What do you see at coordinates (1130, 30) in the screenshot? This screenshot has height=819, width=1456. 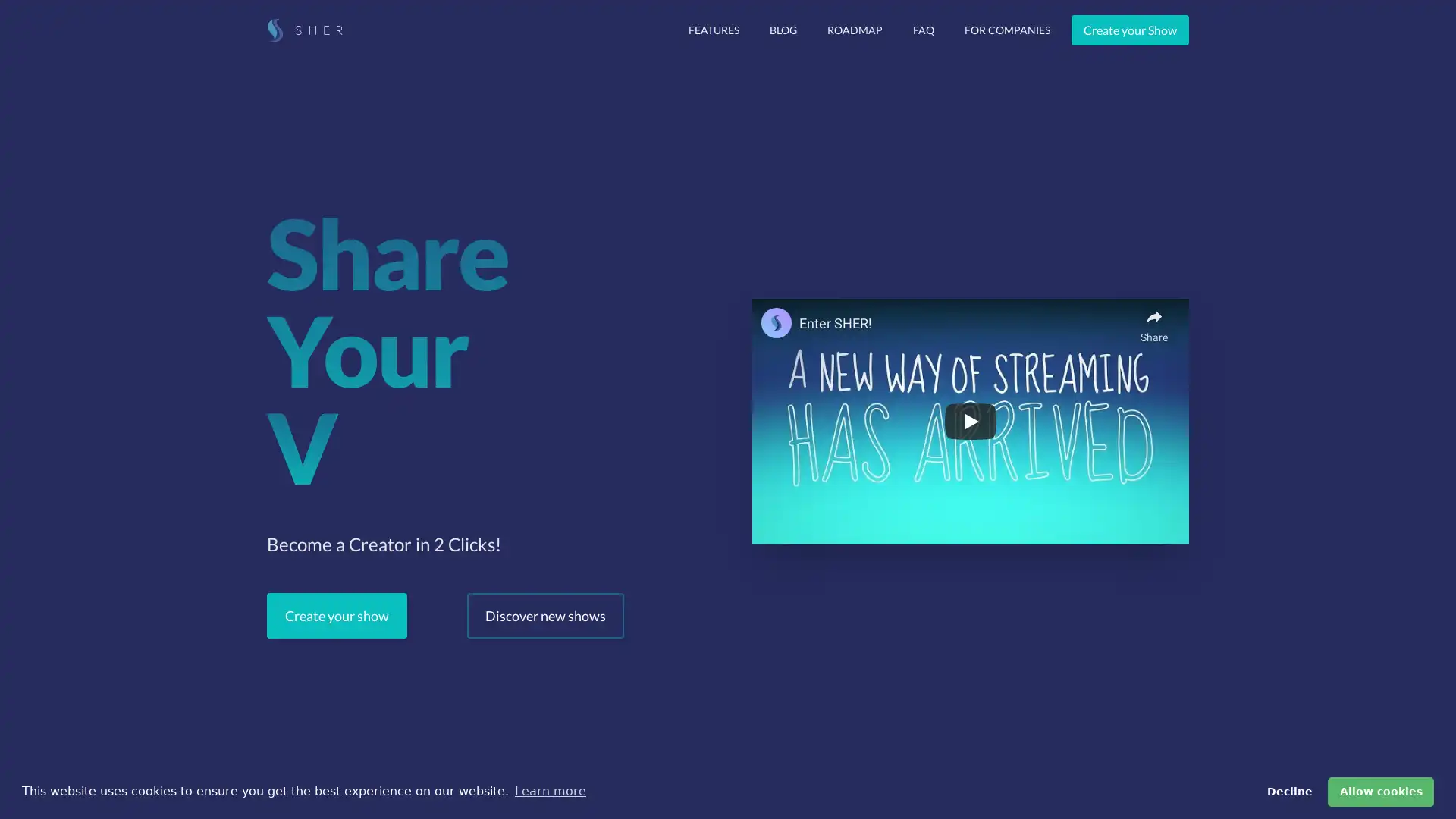 I see `Create your Show` at bounding box center [1130, 30].